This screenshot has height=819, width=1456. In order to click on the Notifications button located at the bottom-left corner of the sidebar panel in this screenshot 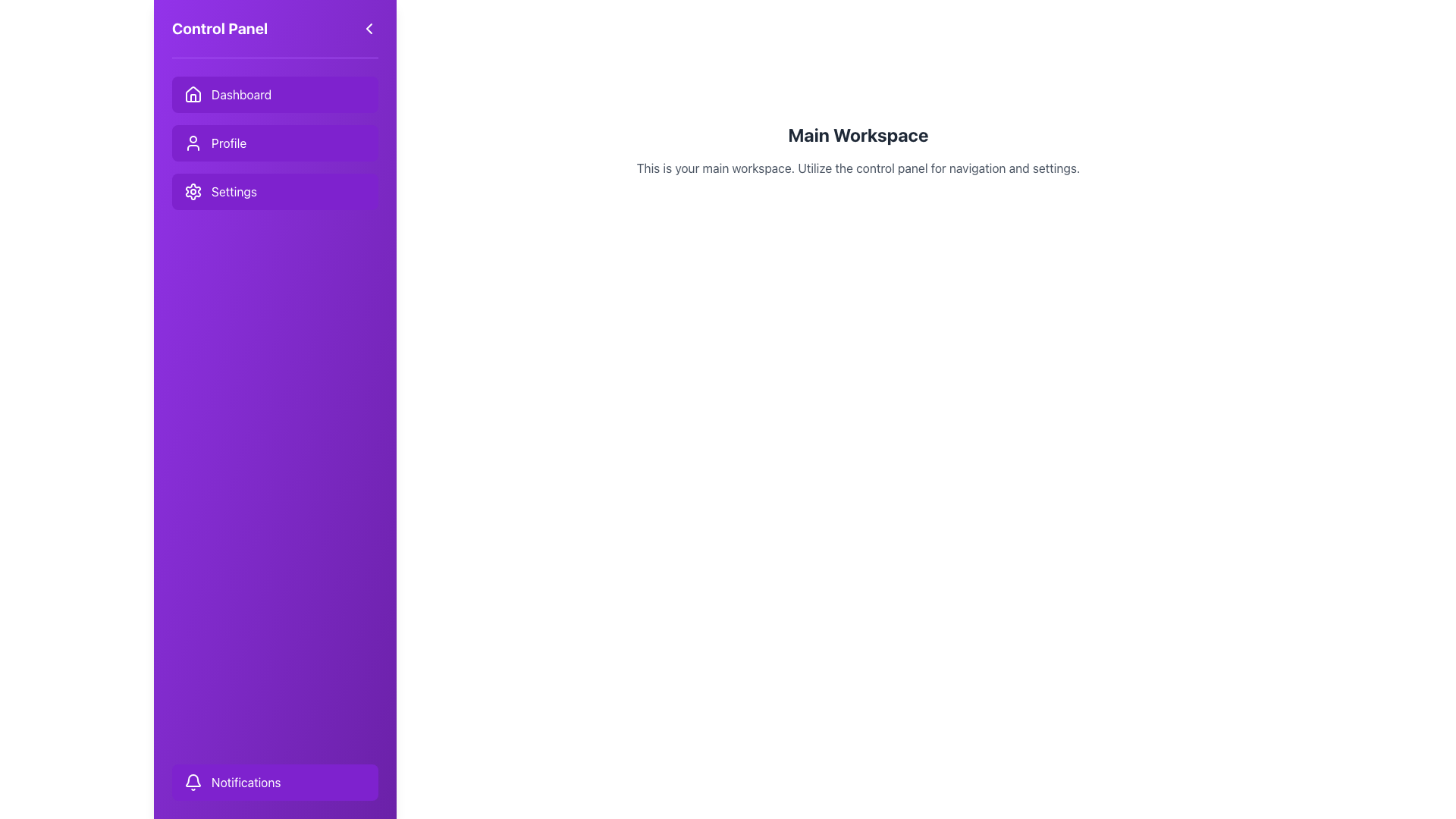, I will do `click(275, 783)`.